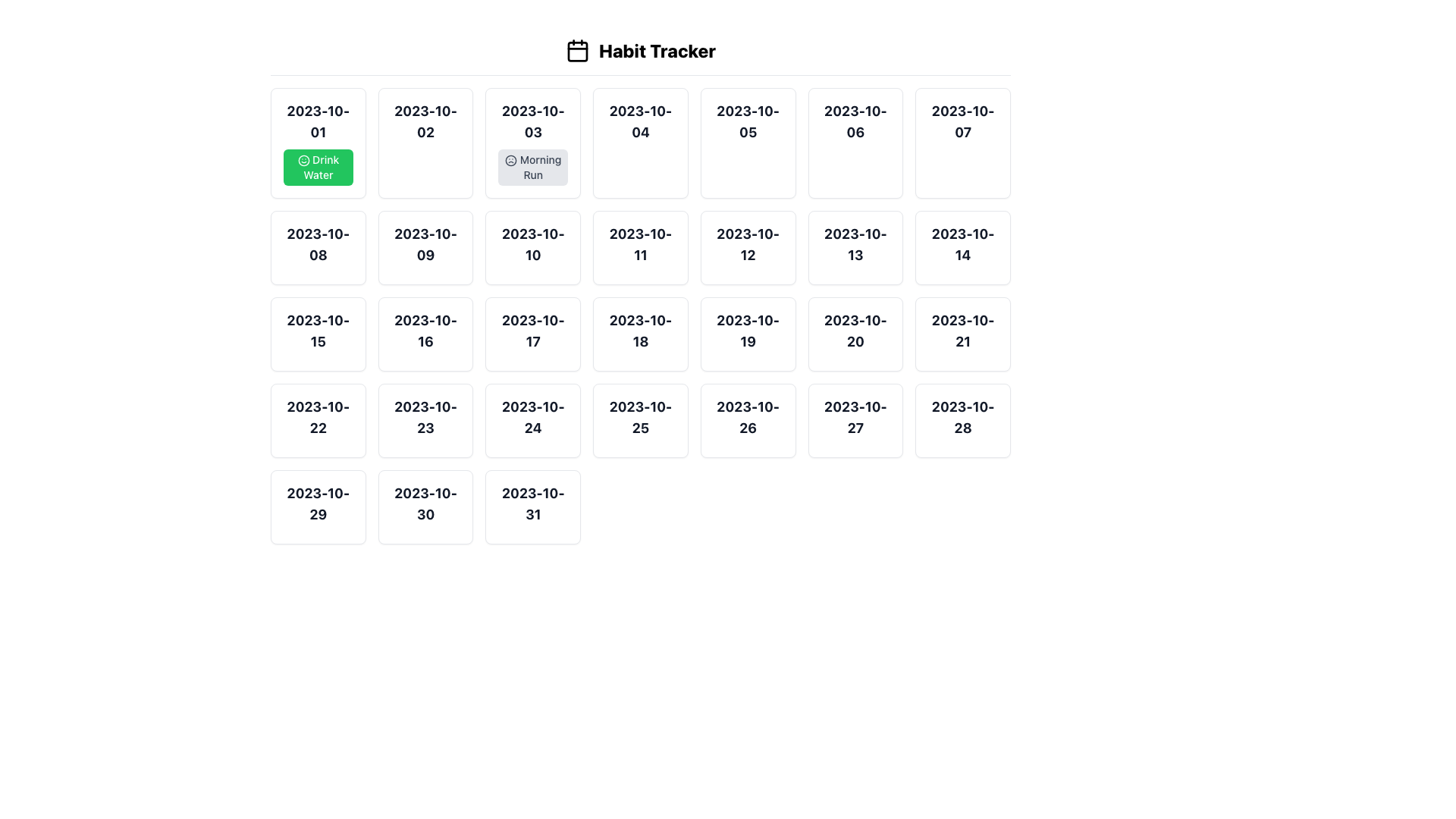 The width and height of the screenshot is (1456, 819). Describe the element at coordinates (303, 161) in the screenshot. I see `the circular graphical element that is part of the 'Drink Water' icon, located in the green-bordered box for October 1, 2023, in the habit tracking interface` at that location.